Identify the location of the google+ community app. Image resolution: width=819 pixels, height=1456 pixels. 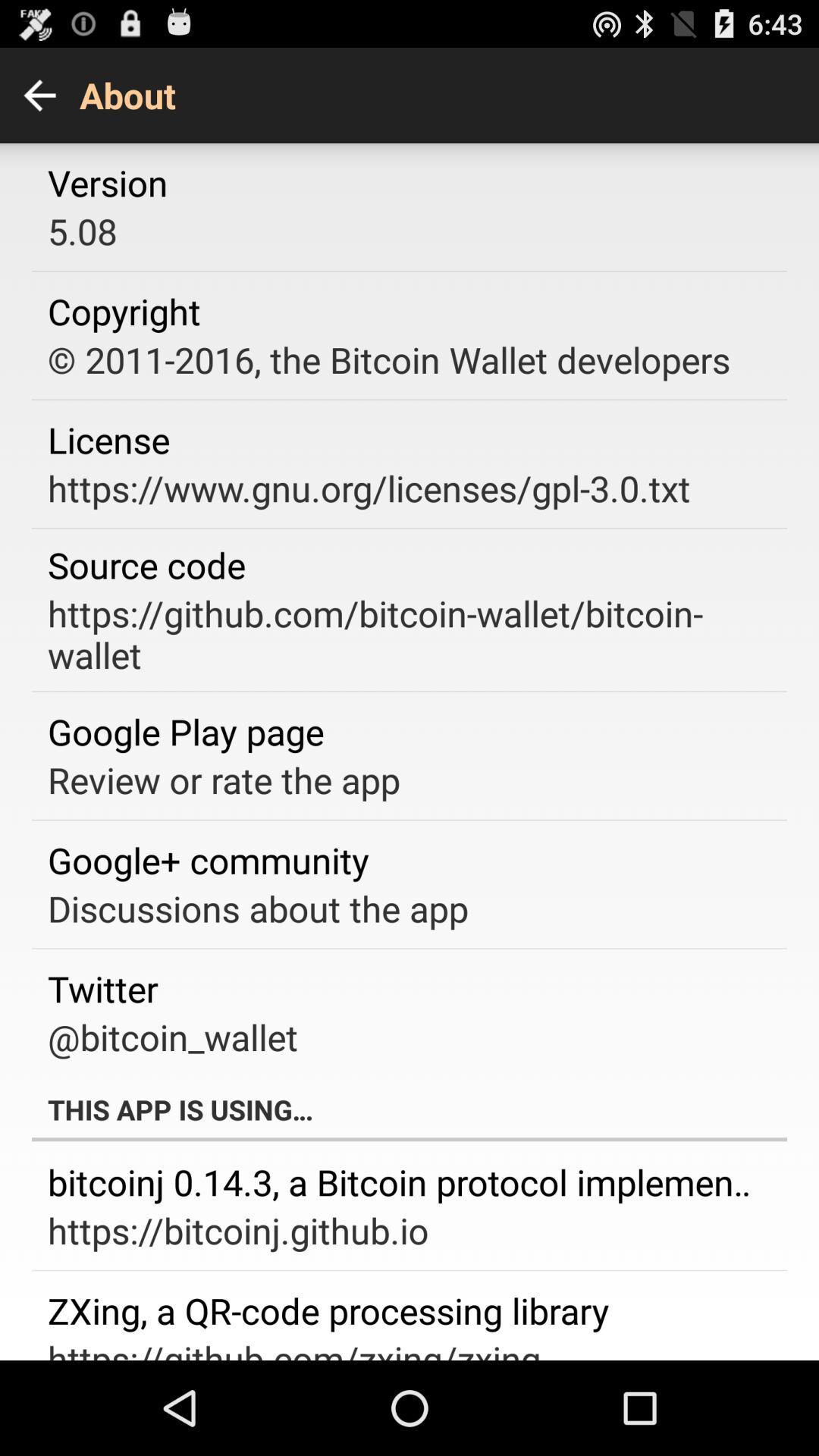
(208, 860).